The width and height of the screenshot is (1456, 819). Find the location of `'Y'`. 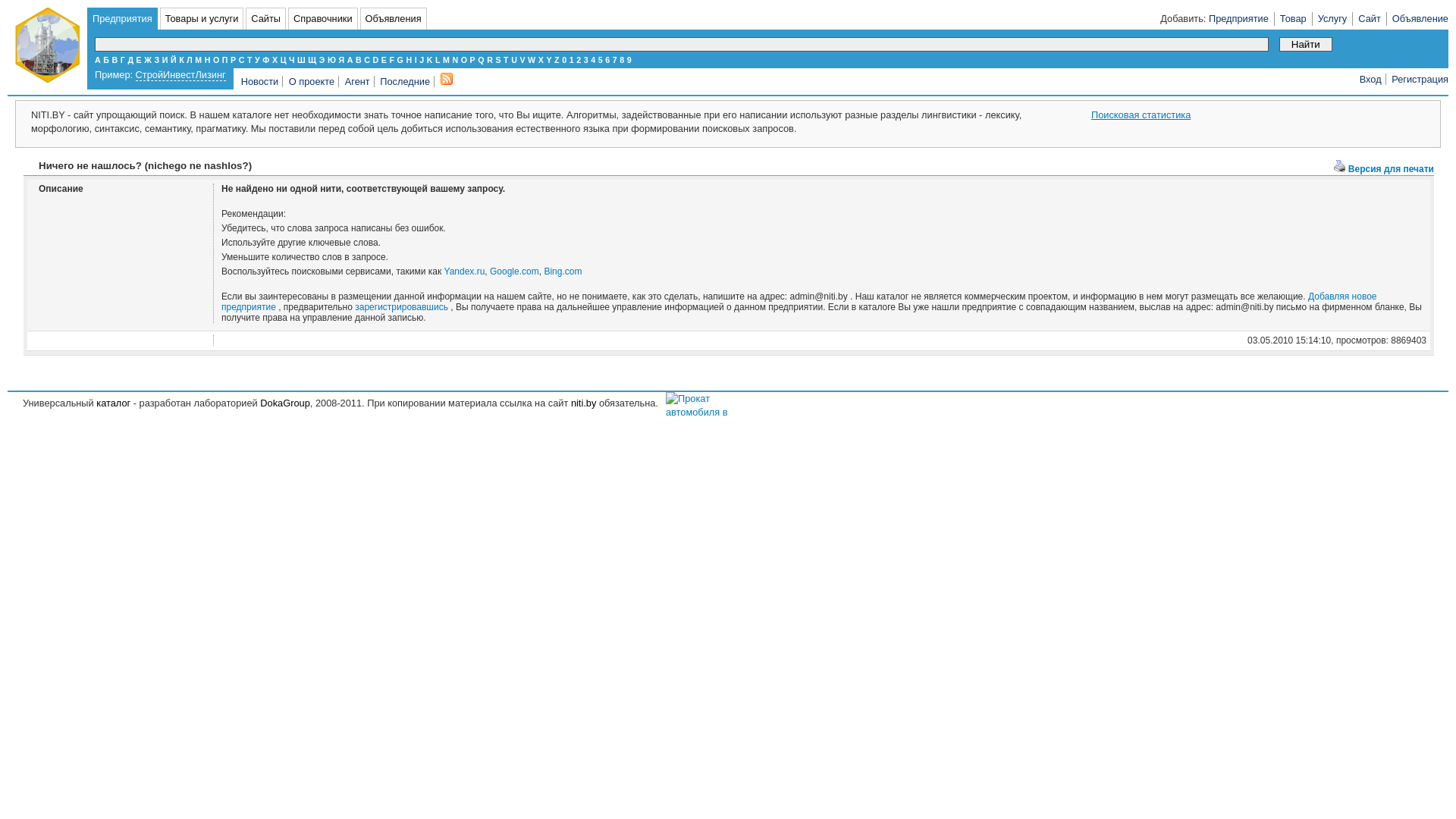

'Y' is located at coordinates (548, 58).